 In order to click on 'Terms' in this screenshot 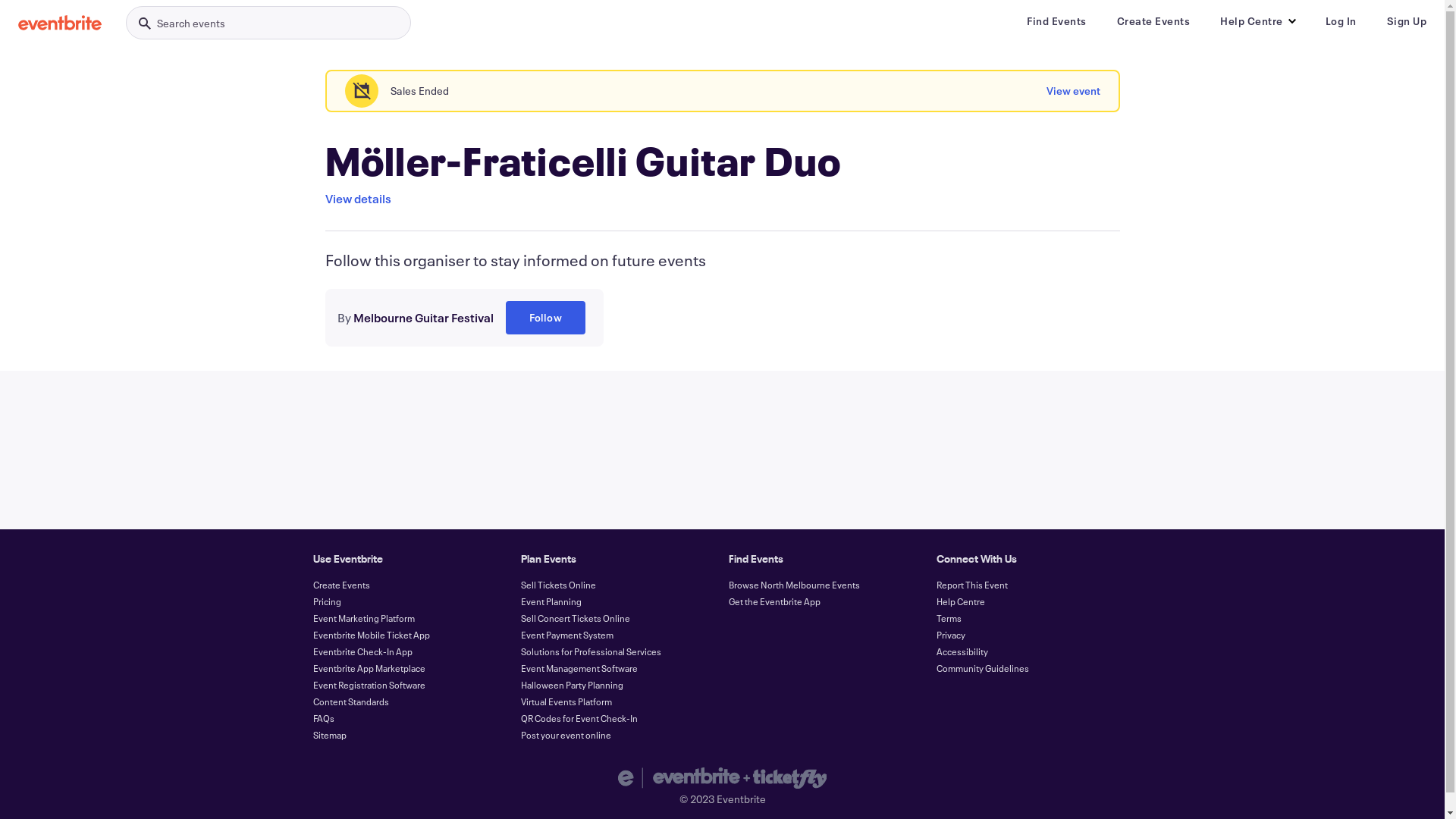, I will do `click(947, 617)`.